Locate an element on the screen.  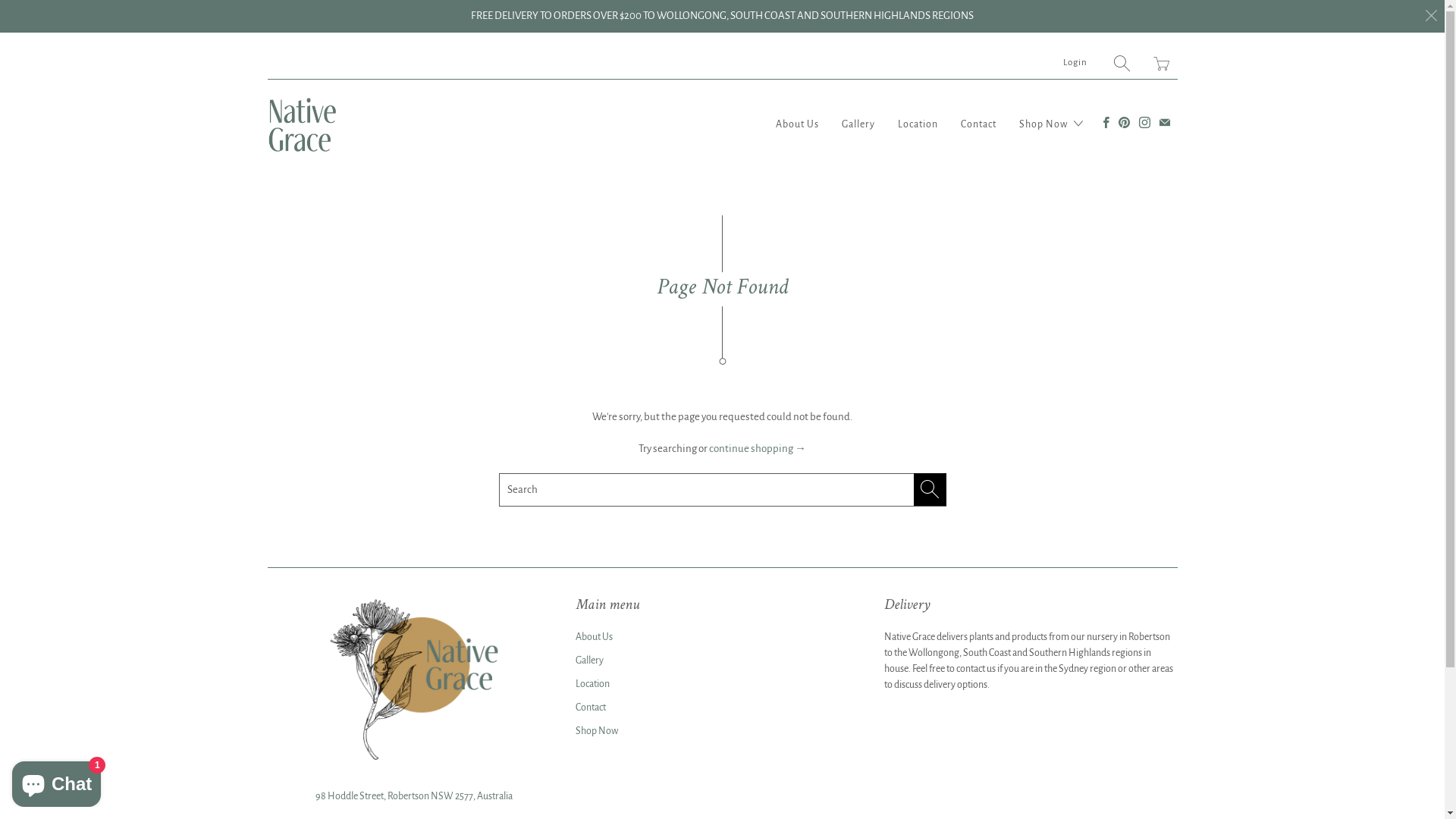
'Shop Now' is located at coordinates (1050, 123).